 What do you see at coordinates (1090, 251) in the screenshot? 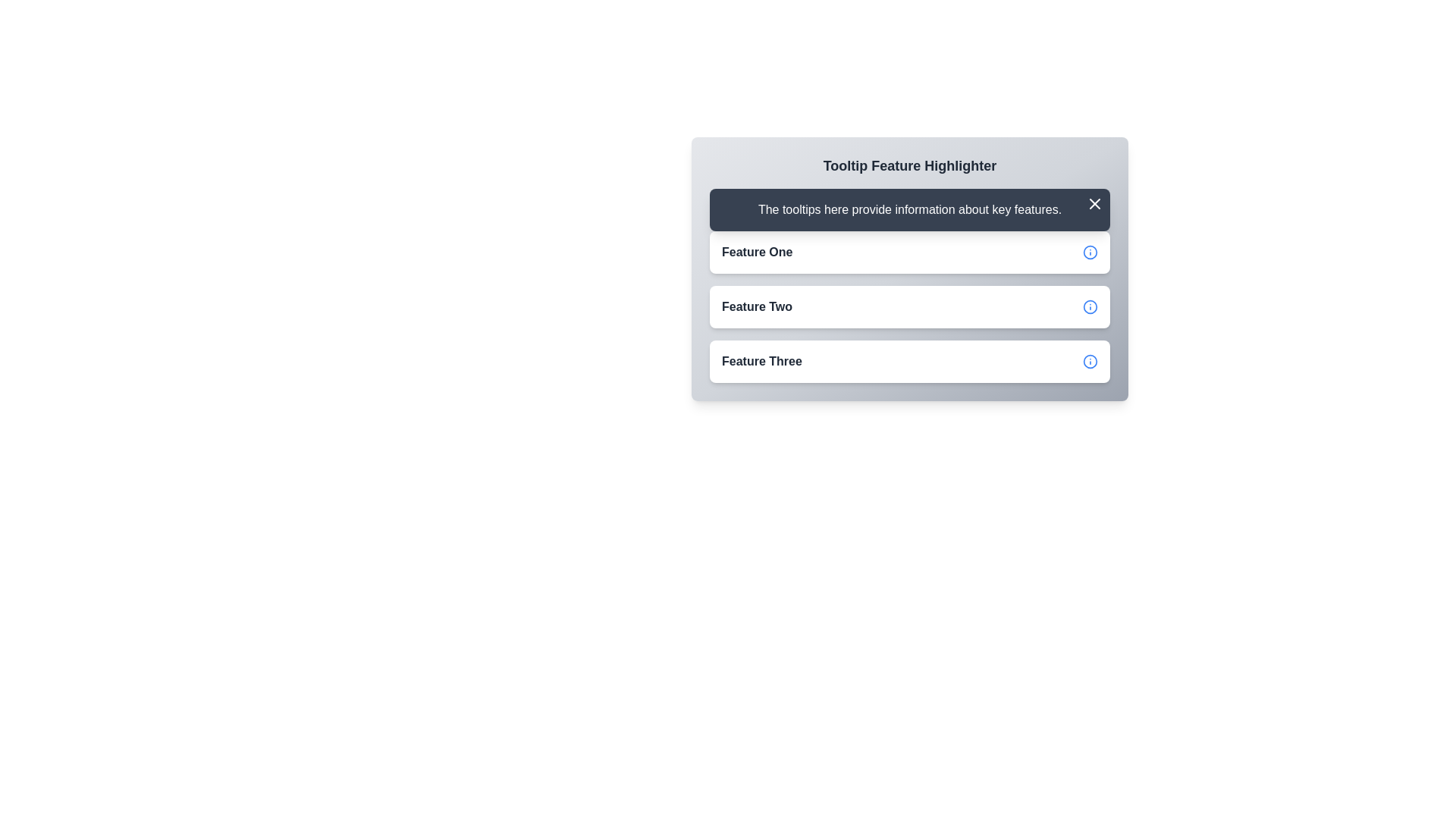
I see `the tooltip icon button located at the far right of the 'Feature One' section` at bounding box center [1090, 251].